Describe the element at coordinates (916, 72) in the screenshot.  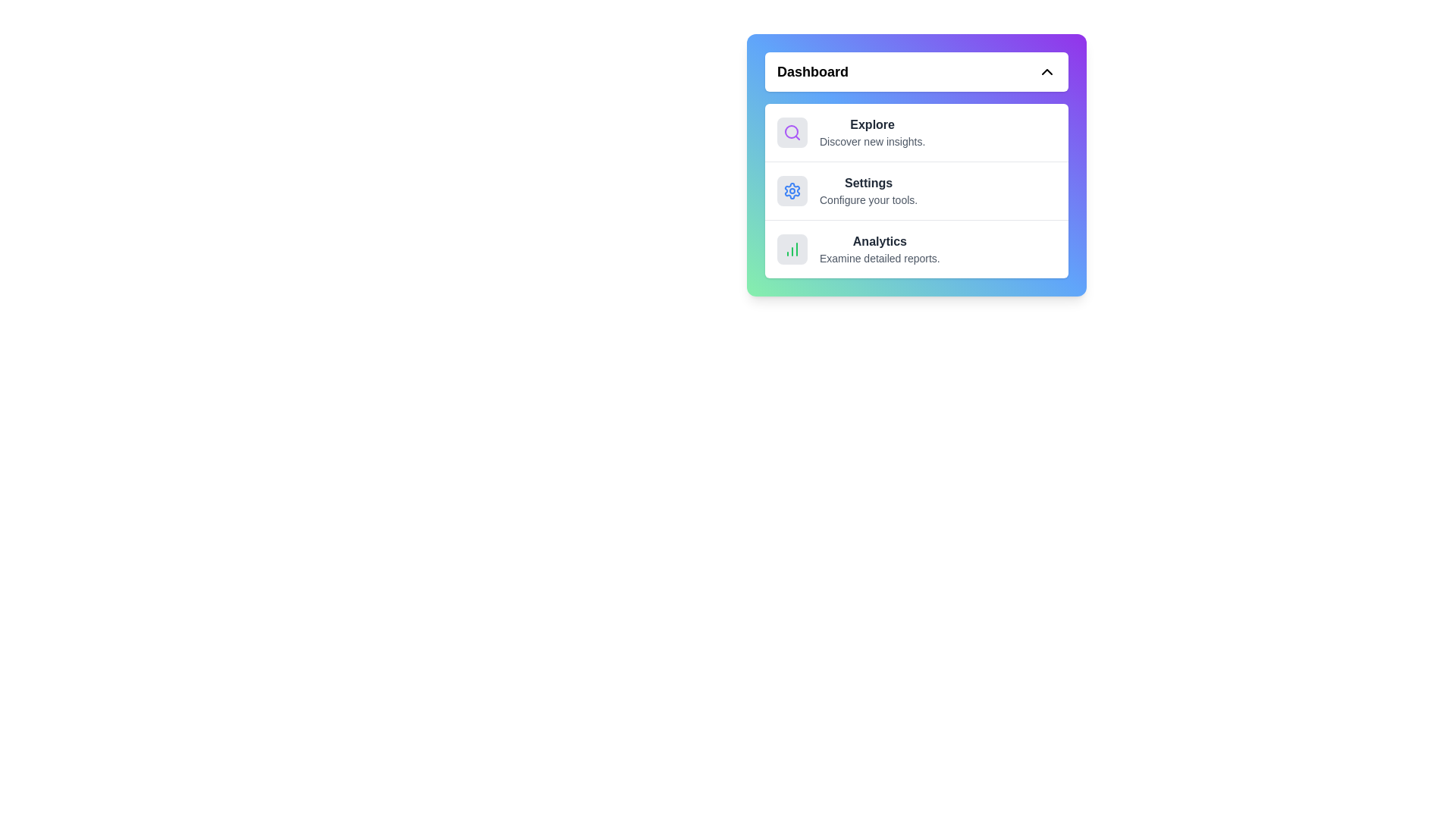
I see `the 'Dashboard' button to toggle the menu visibility` at that location.